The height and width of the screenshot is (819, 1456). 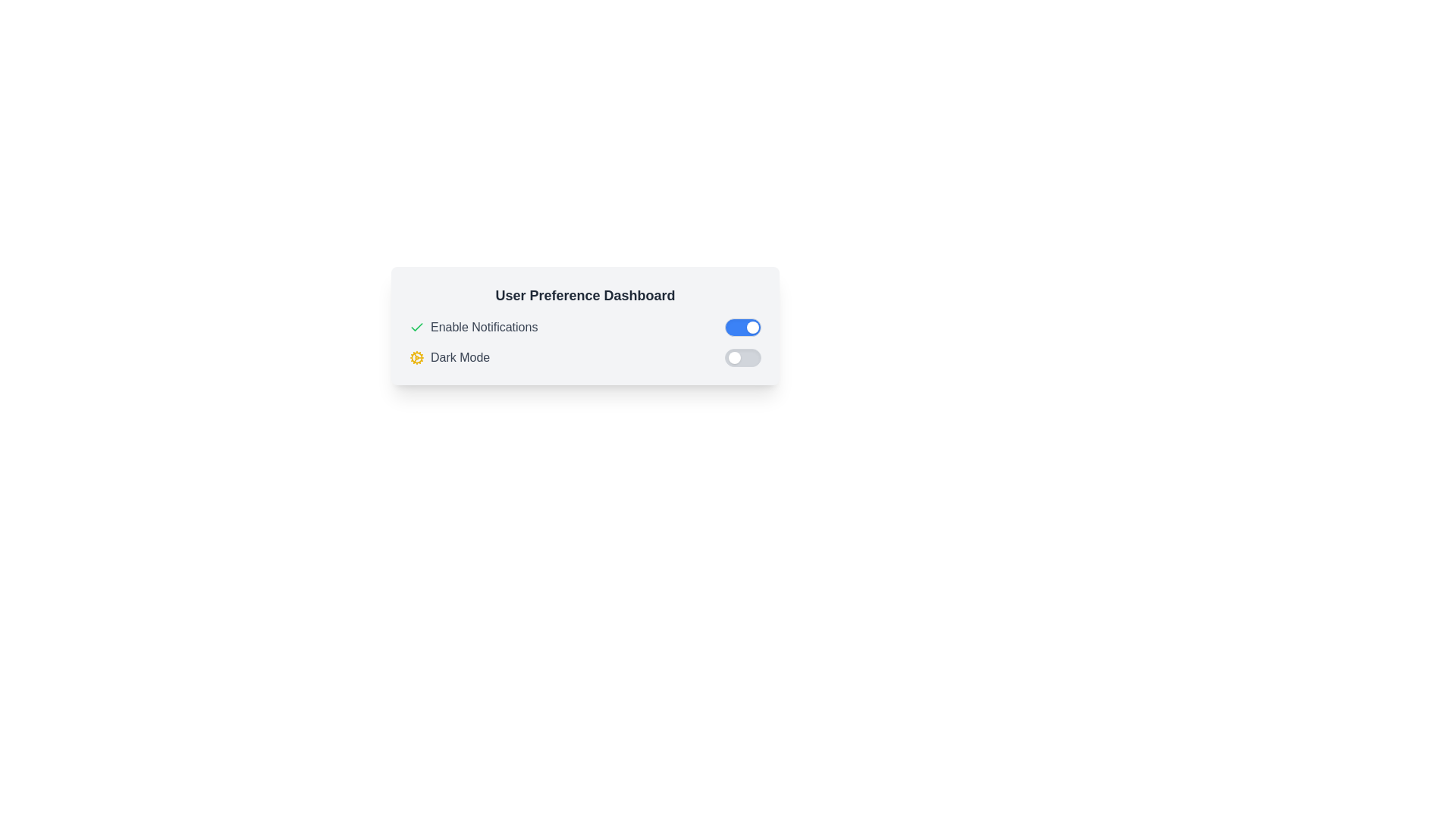 I want to click on the green checkmark icon with a minimalist outline located to the left of the 'Enable Notifications' text, so click(x=417, y=327).